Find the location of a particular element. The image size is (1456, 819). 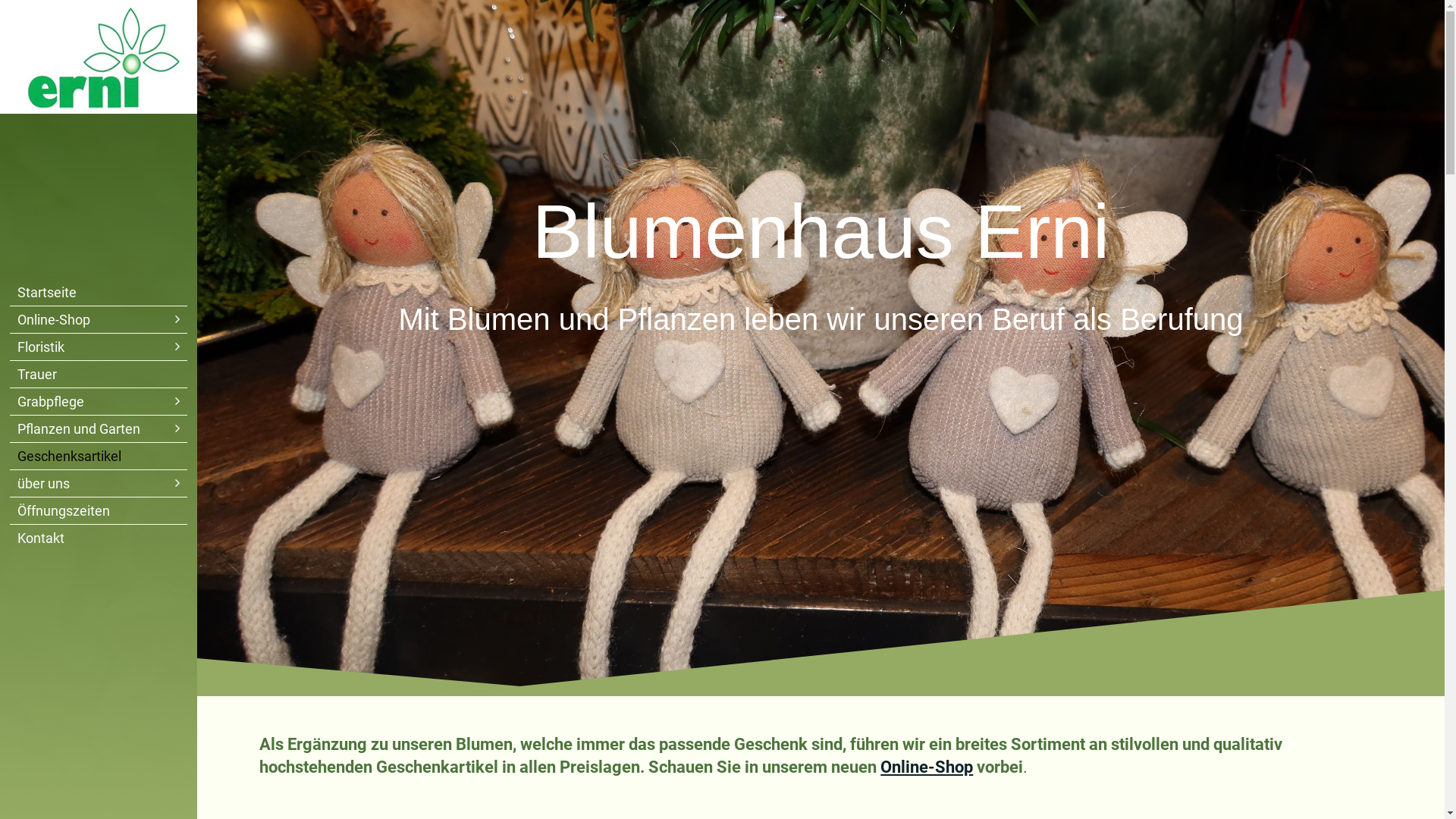

'Startseite' is located at coordinates (97, 292).